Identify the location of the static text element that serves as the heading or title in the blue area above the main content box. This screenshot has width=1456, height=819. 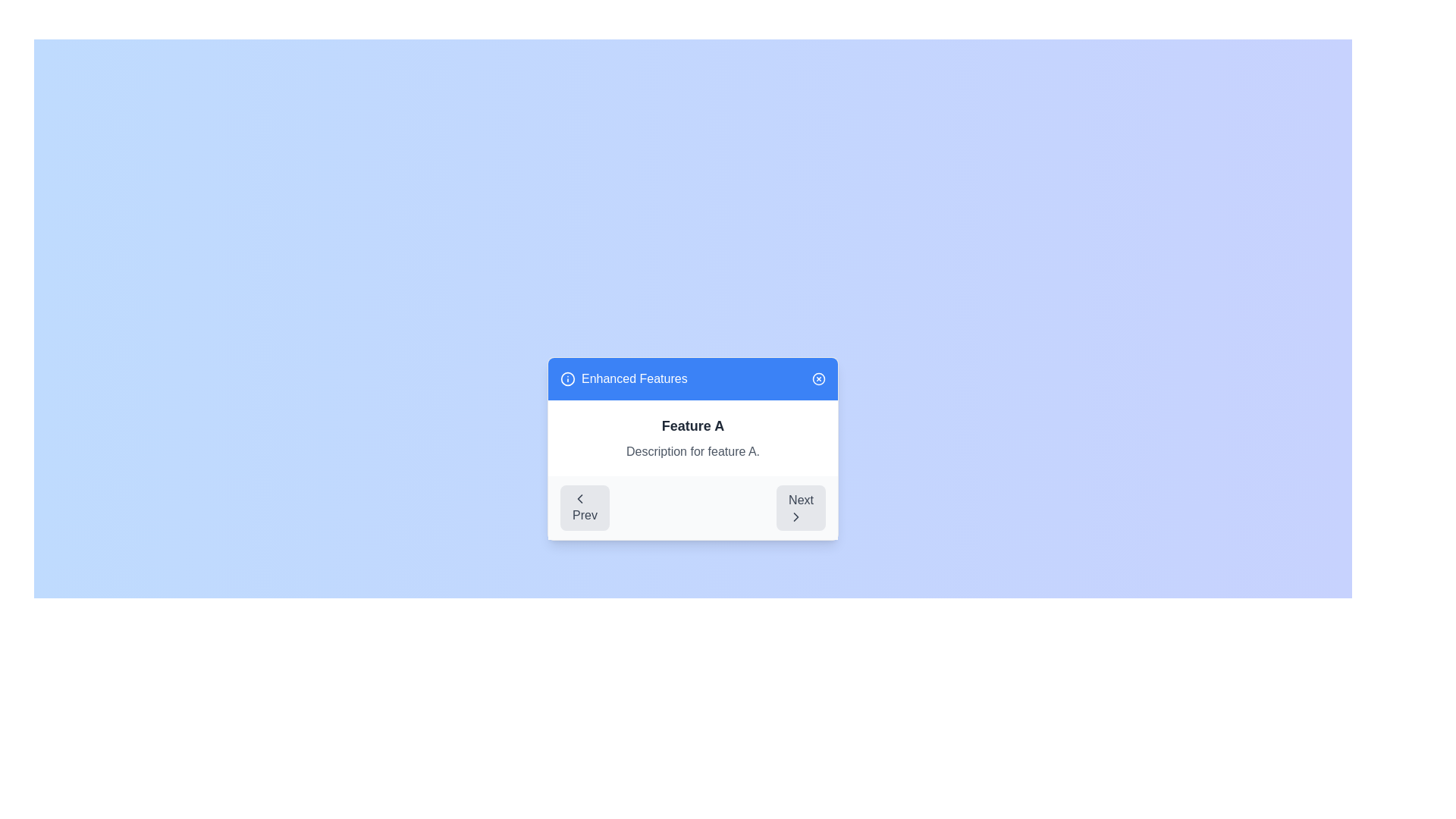
(634, 378).